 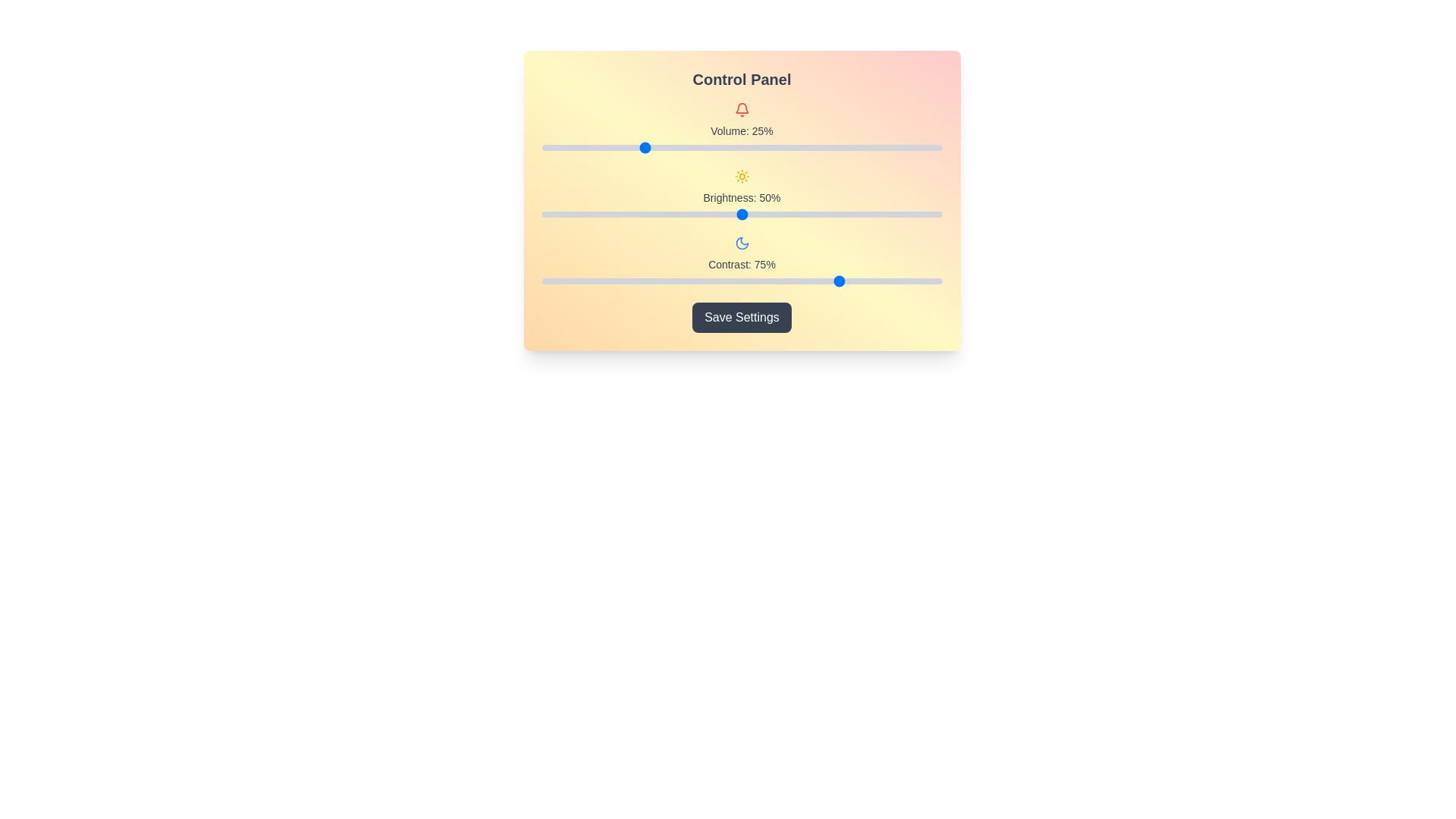 I want to click on contrast, so click(x=666, y=281).